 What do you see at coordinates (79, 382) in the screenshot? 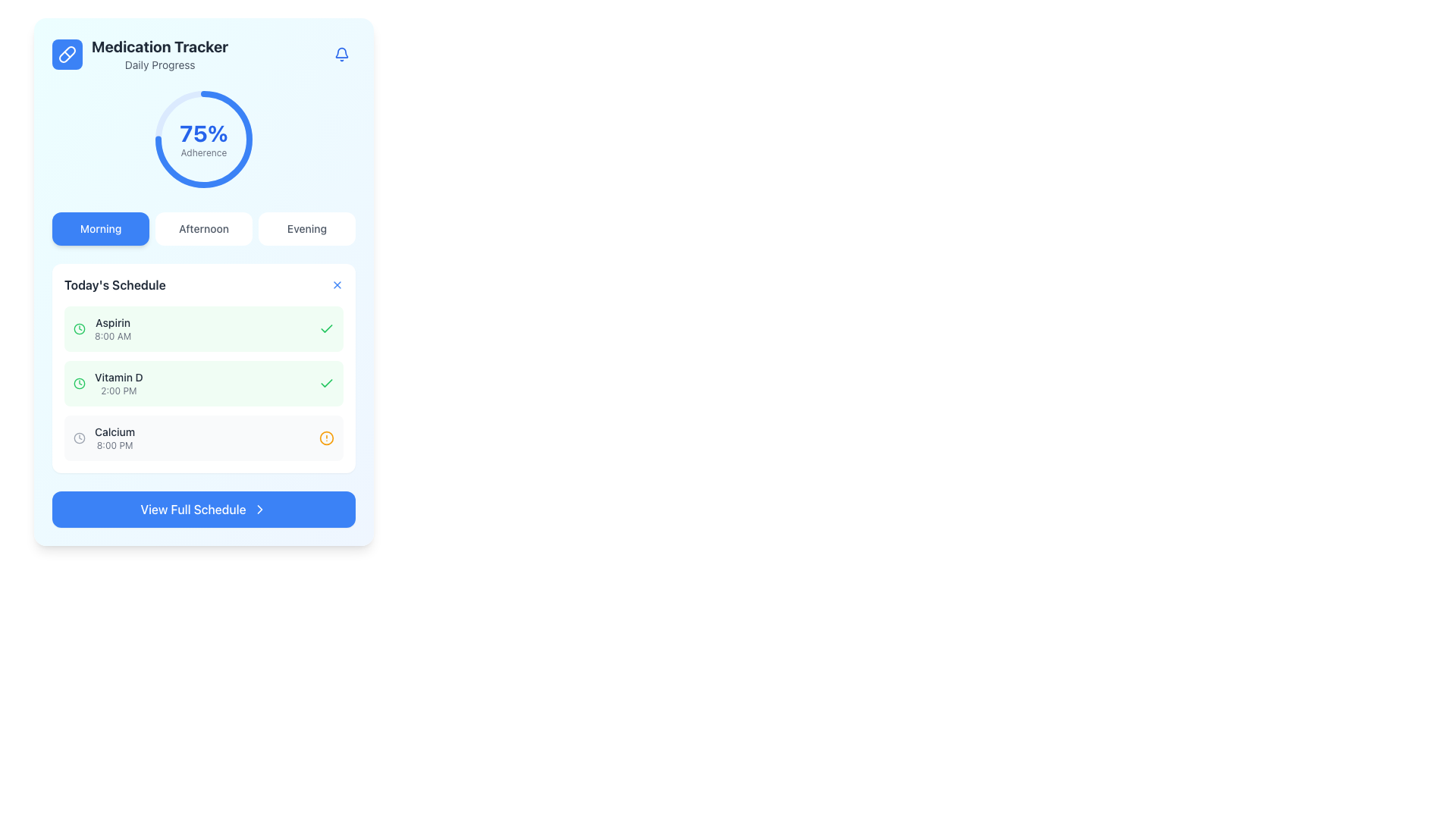
I see `the clock icon that visually conveys the time information next to the text 'Vitamin D 2:00 PM' in the schedule list` at bounding box center [79, 382].